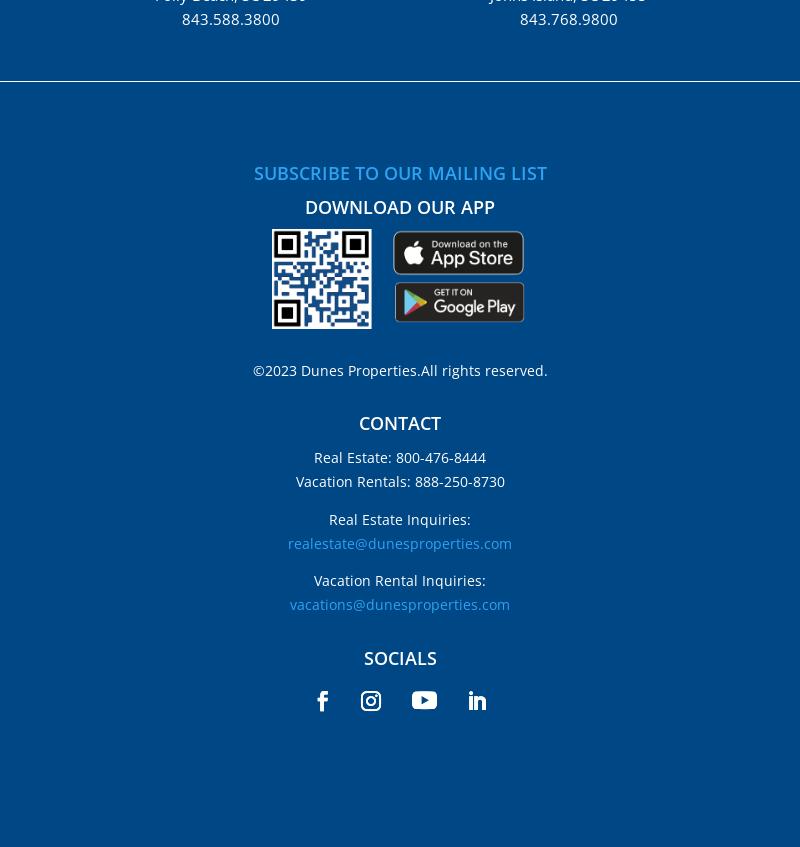  Describe the element at coordinates (398, 481) in the screenshot. I see `'Vacation Rentals: 888-250-8730'` at that location.